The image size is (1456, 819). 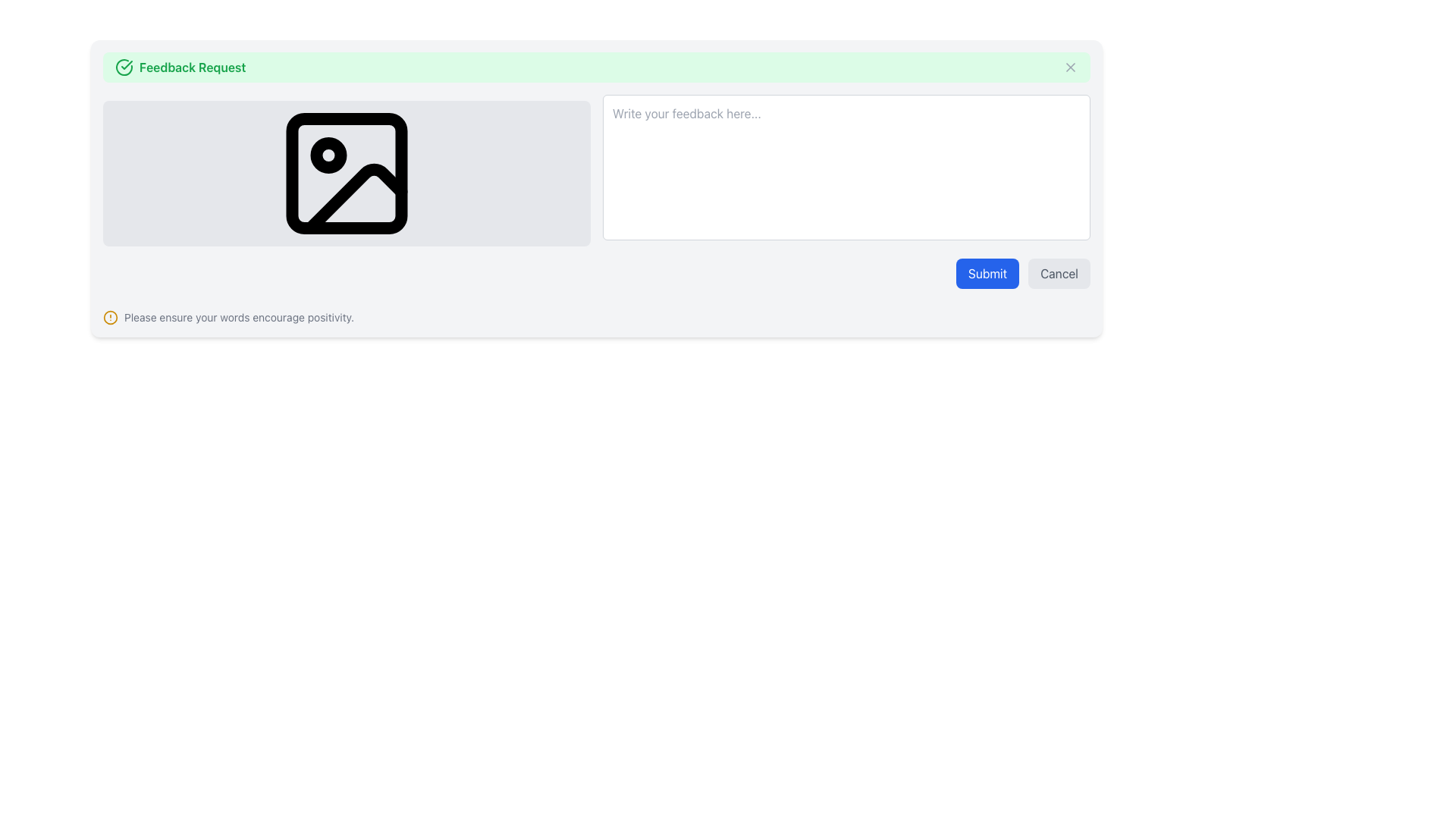 I want to click on the circular alert icon with a yellow bordered circle and an exclamation mark, located adjacent to the text 'Please ensure your words encourage positivity.', so click(x=109, y=317).